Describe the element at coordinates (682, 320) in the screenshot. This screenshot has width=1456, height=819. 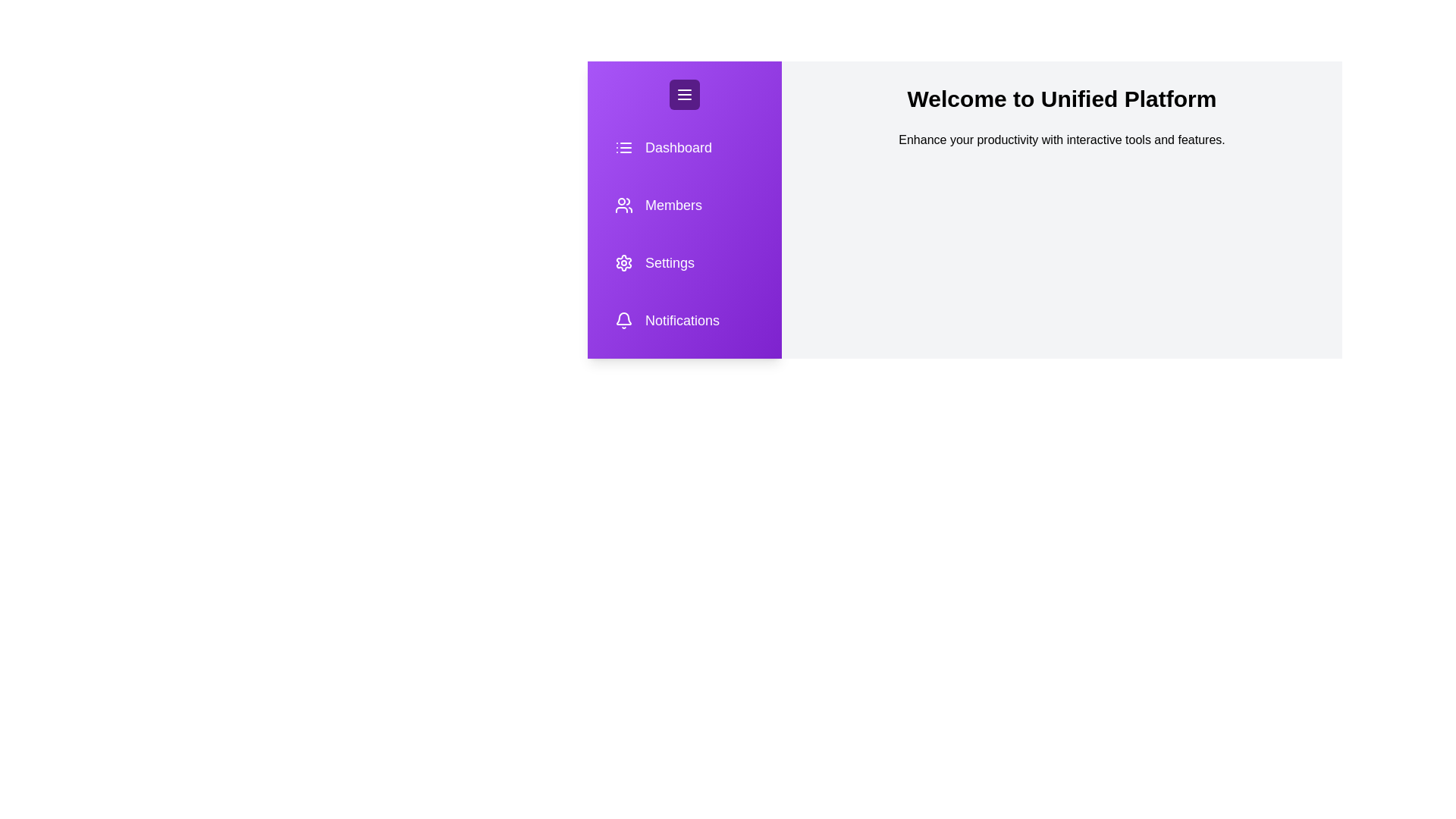
I see `the sidebar item labeled Notifications` at that location.